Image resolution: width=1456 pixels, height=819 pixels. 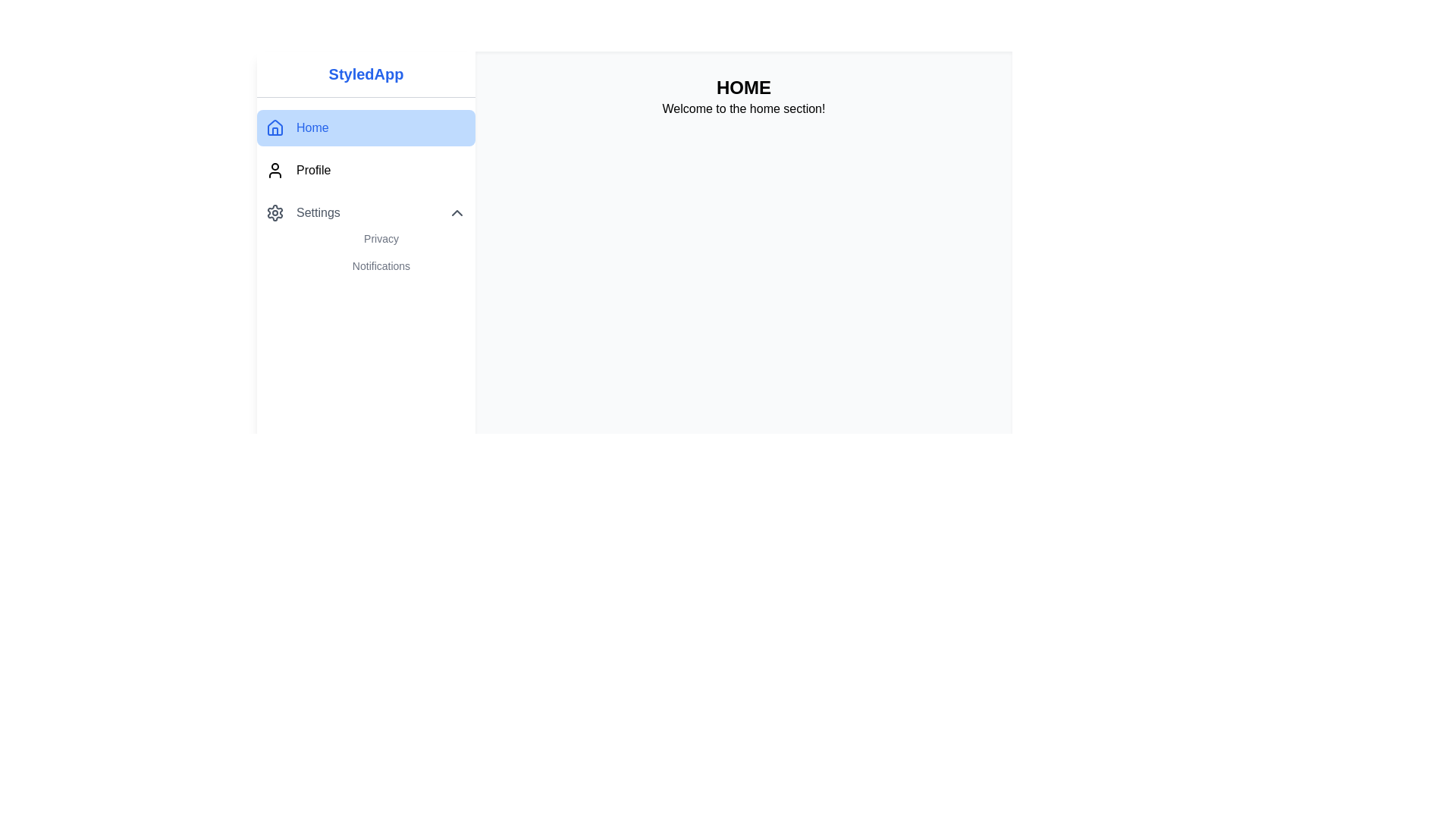 I want to click on the 'Home' navigation icon located at the top of the sidebar menu, which visually represents the 'Home' option, so click(x=275, y=127).